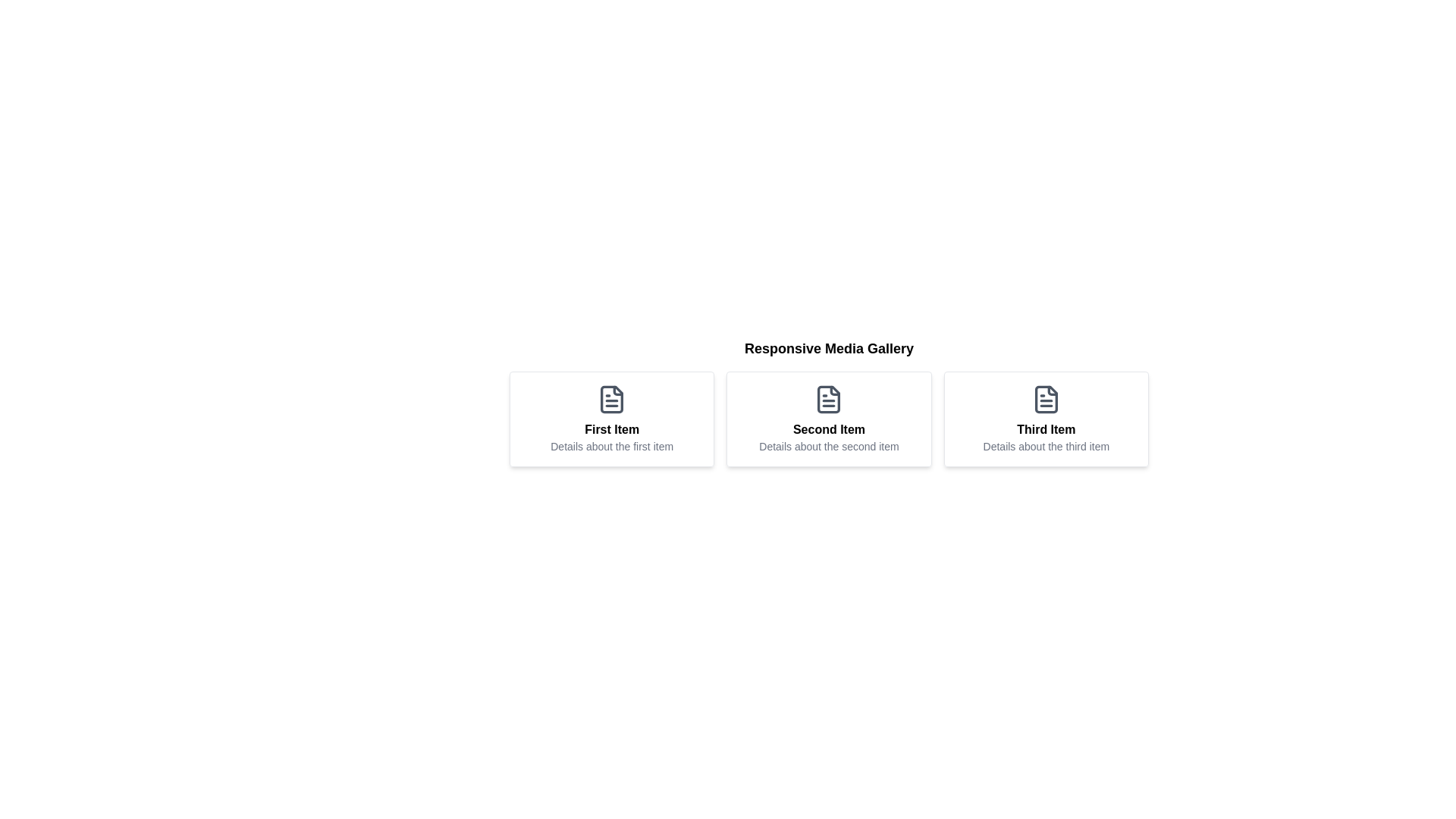 This screenshot has width=1456, height=819. What do you see at coordinates (1045, 399) in the screenshot?
I see `the document-like icon with a folded corner located at the center of the 'Third Item' card, which is the rightmost card in a set of three horizontally aligned cards` at bounding box center [1045, 399].